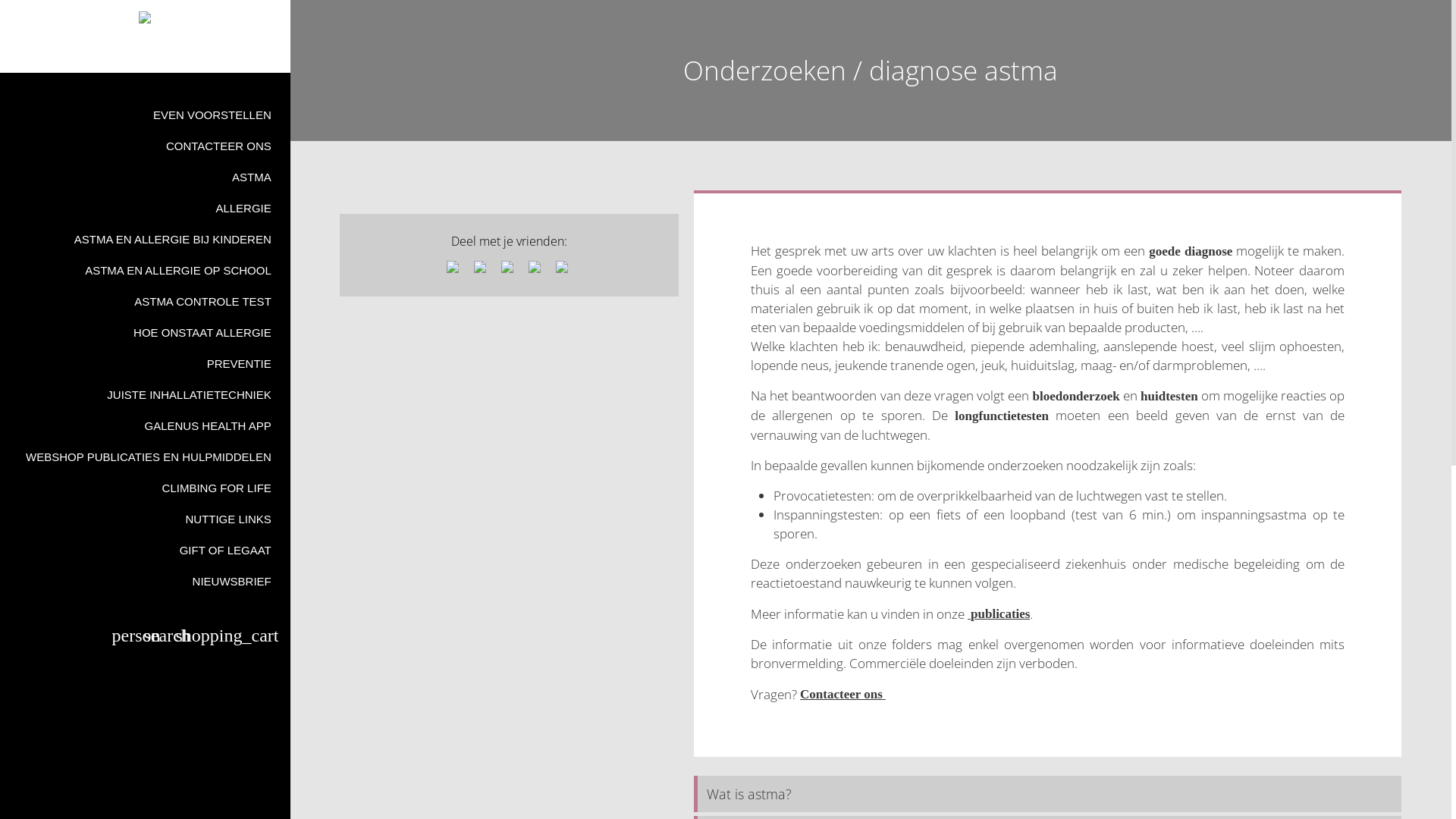 This screenshot has height=819, width=1456. Describe the element at coordinates (537, 268) in the screenshot. I see `'Share via mail'` at that location.